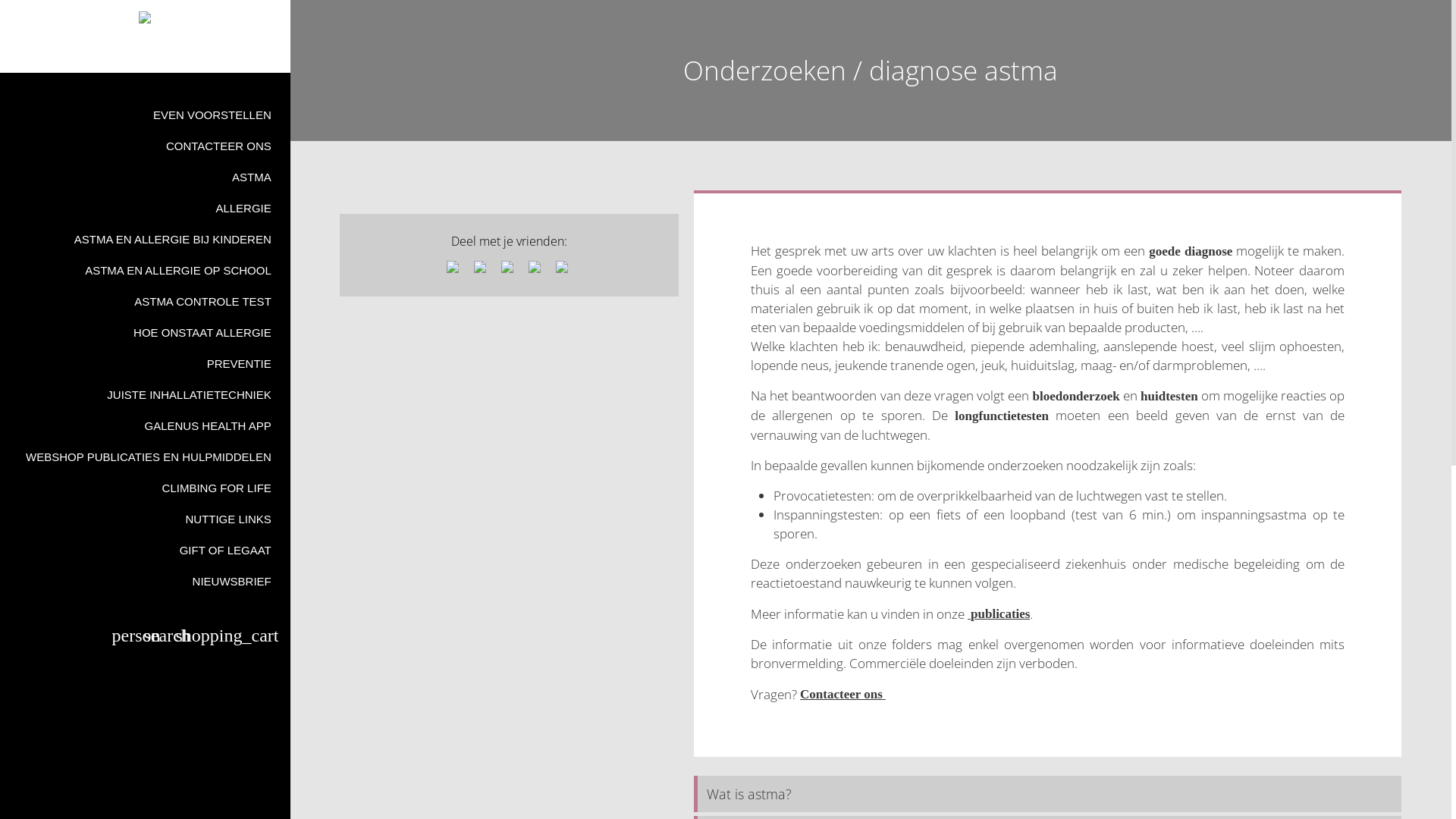 This screenshot has height=819, width=1456. Describe the element at coordinates (537, 268) in the screenshot. I see `'Share via mail'` at that location.